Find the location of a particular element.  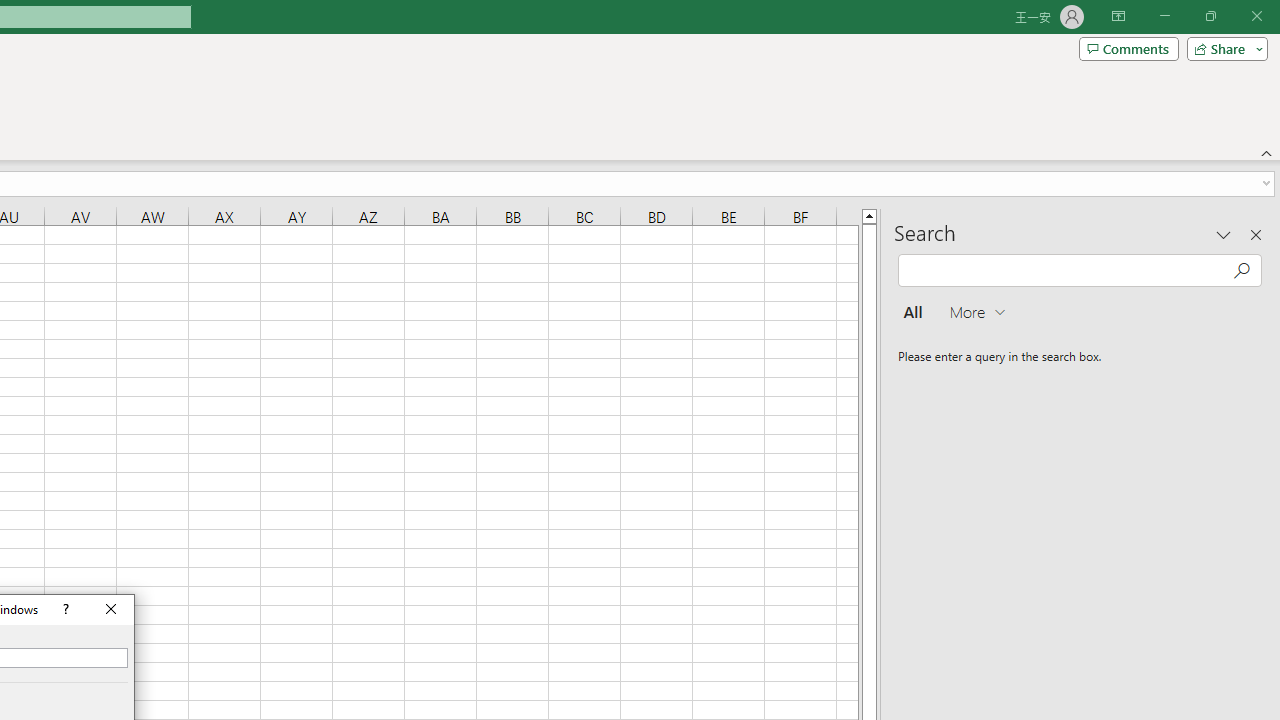

'Context help' is located at coordinates (64, 608).